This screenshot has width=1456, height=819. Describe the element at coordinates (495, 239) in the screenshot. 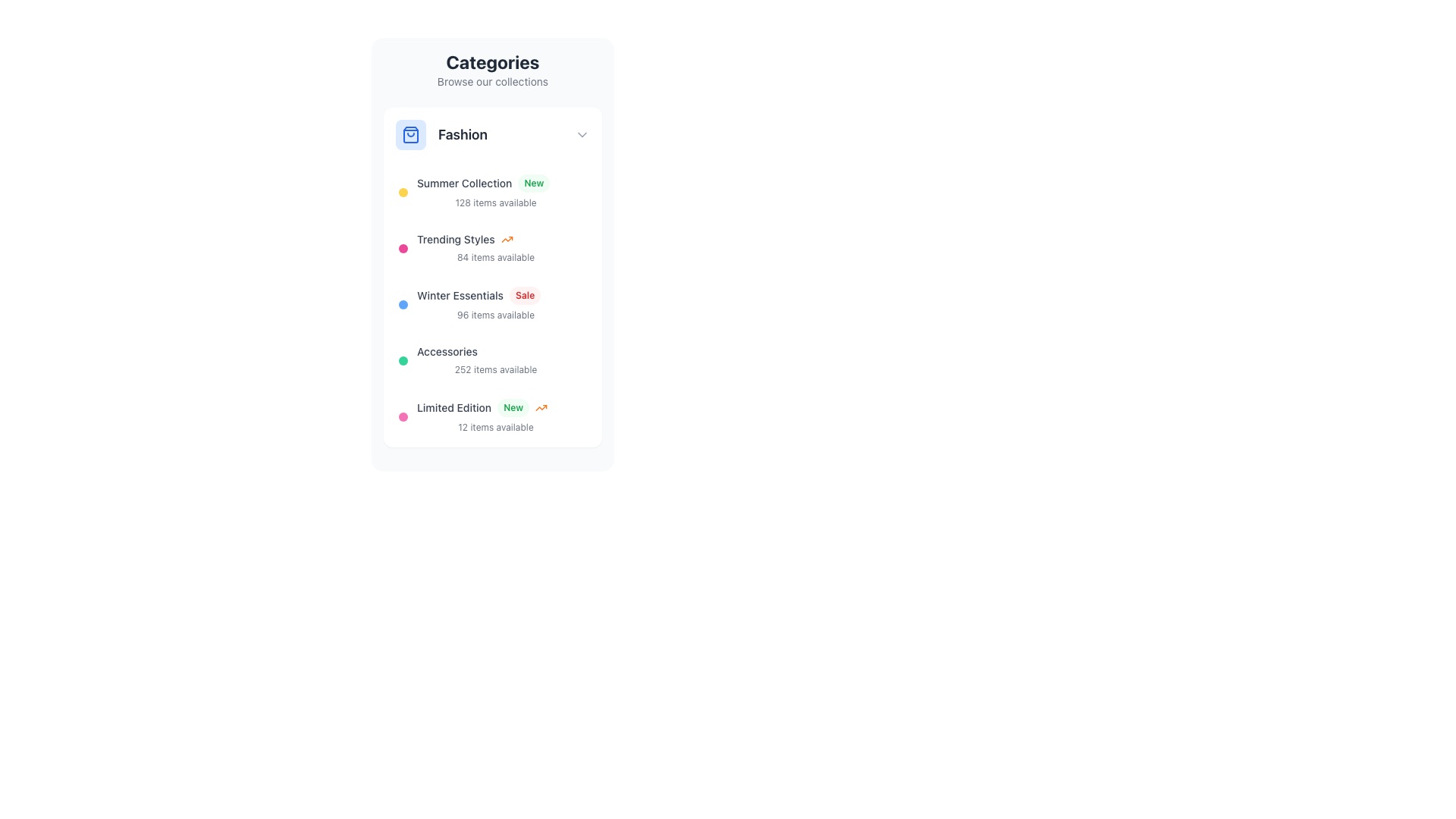

I see `the 'Trending Styles' text element located in the vertical list under the 'Fashion' category, specifically positioned between 'Summer Collection' and 'Winter Essentials'` at that location.